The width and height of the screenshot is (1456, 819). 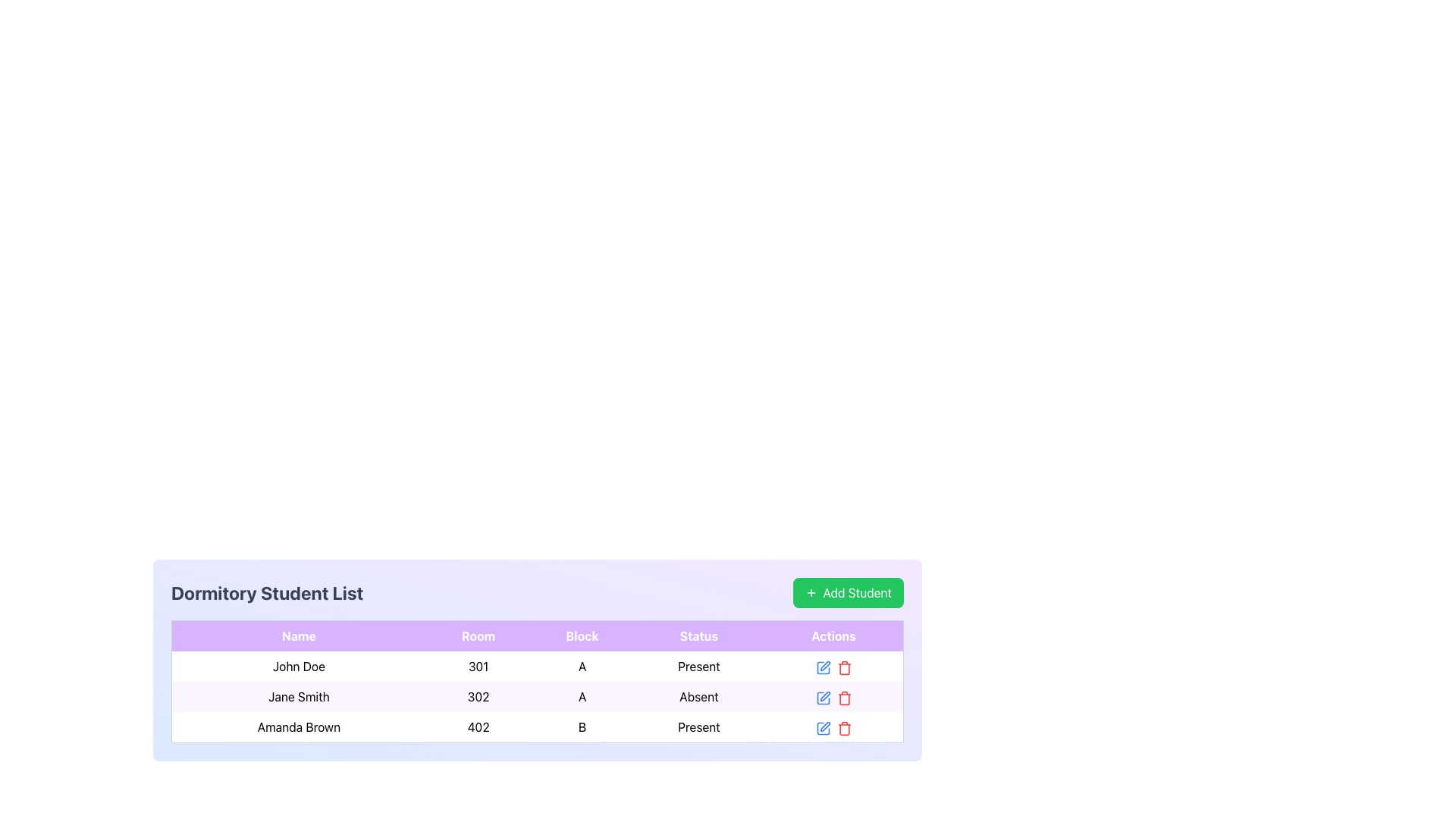 What do you see at coordinates (843, 666) in the screenshot?
I see `the delete button in the 'Actions' column of the table for the last row labeled 'Amanda Brown'` at bounding box center [843, 666].